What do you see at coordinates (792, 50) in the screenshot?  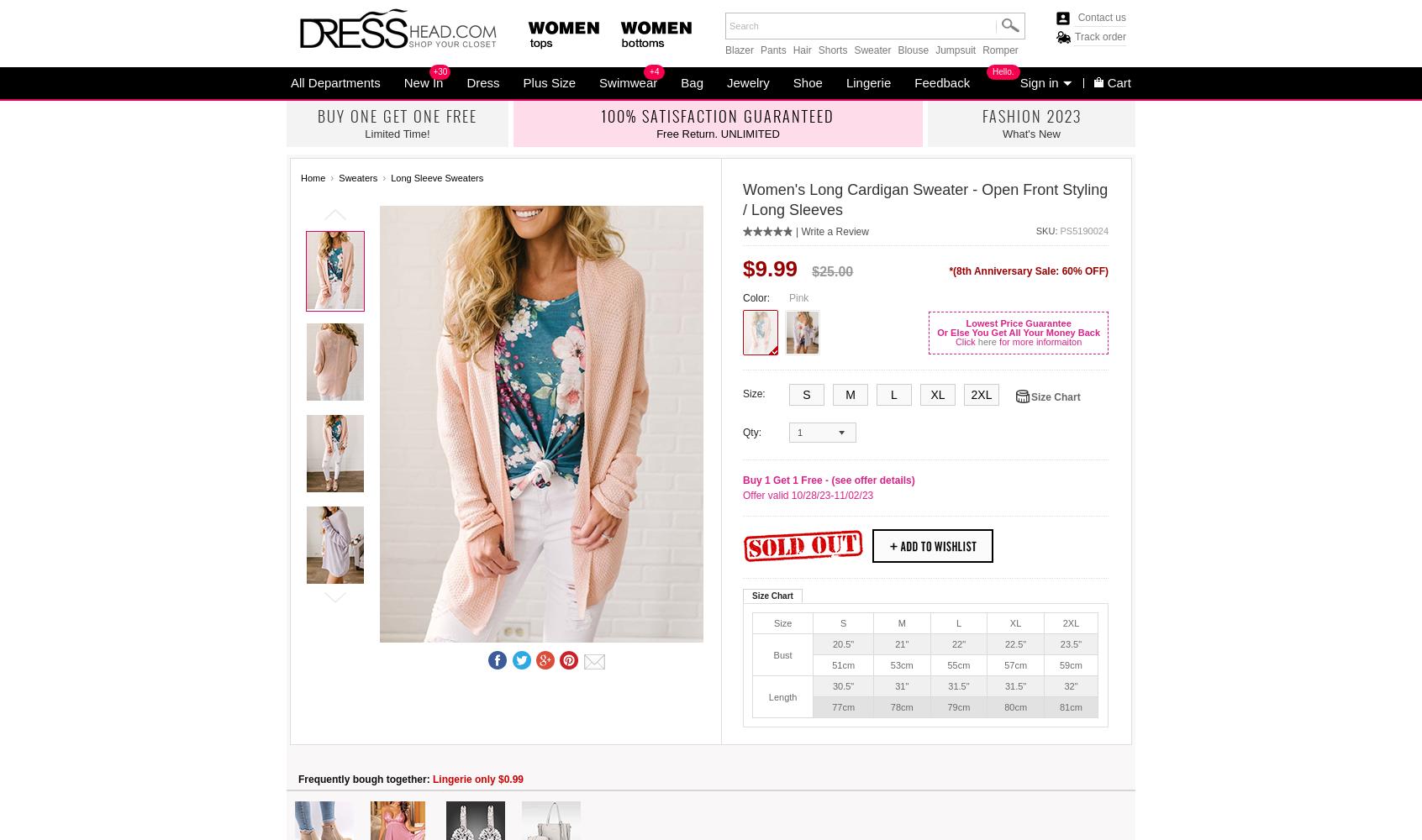 I see `'Hair'` at bounding box center [792, 50].